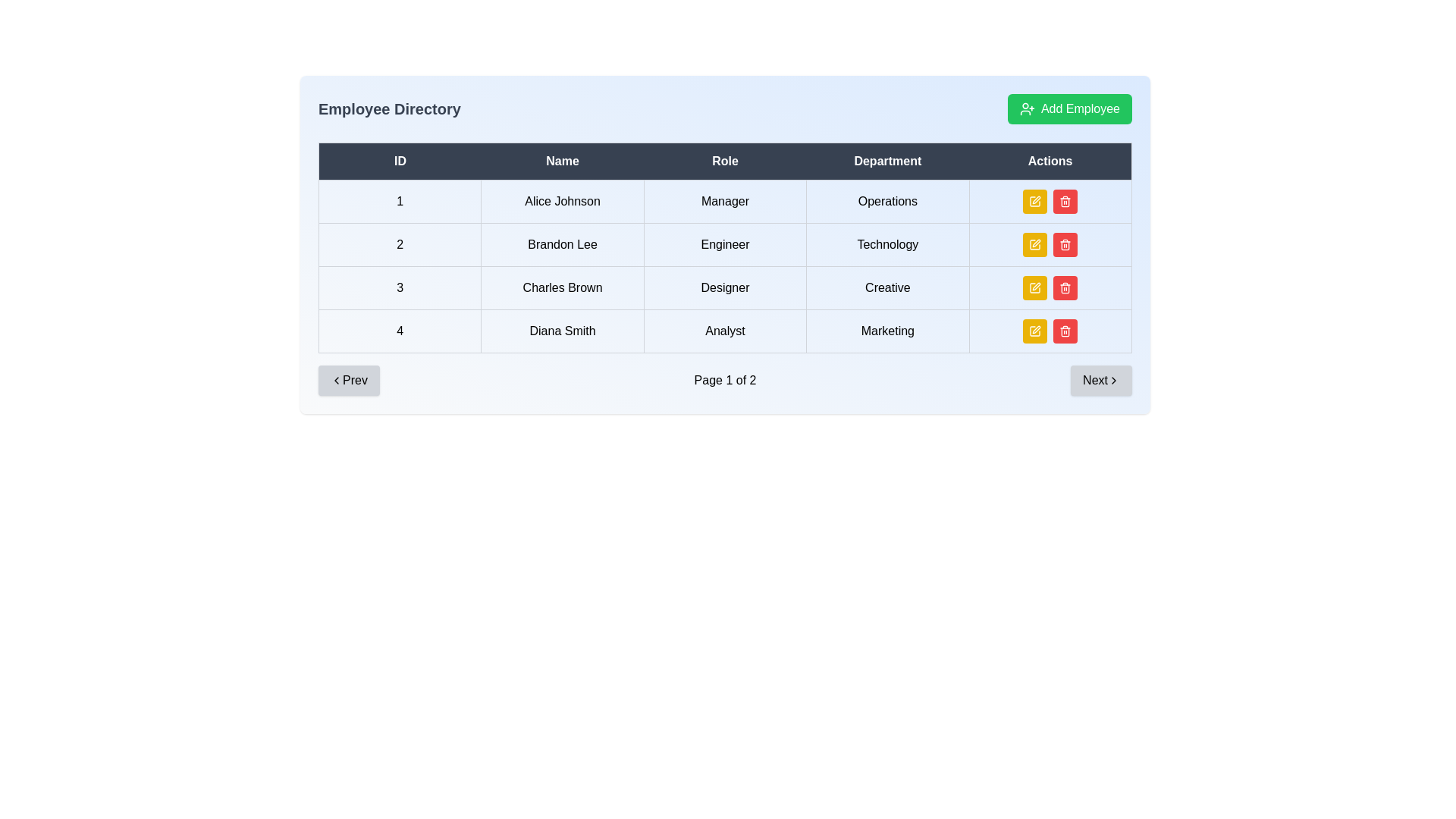 This screenshot has height=819, width=1456. Describe the element at coordinates (1065, 244) in the screenshot. I see `the delete button located in the 'Actions' column of the fourth row in the employee table` at that location.